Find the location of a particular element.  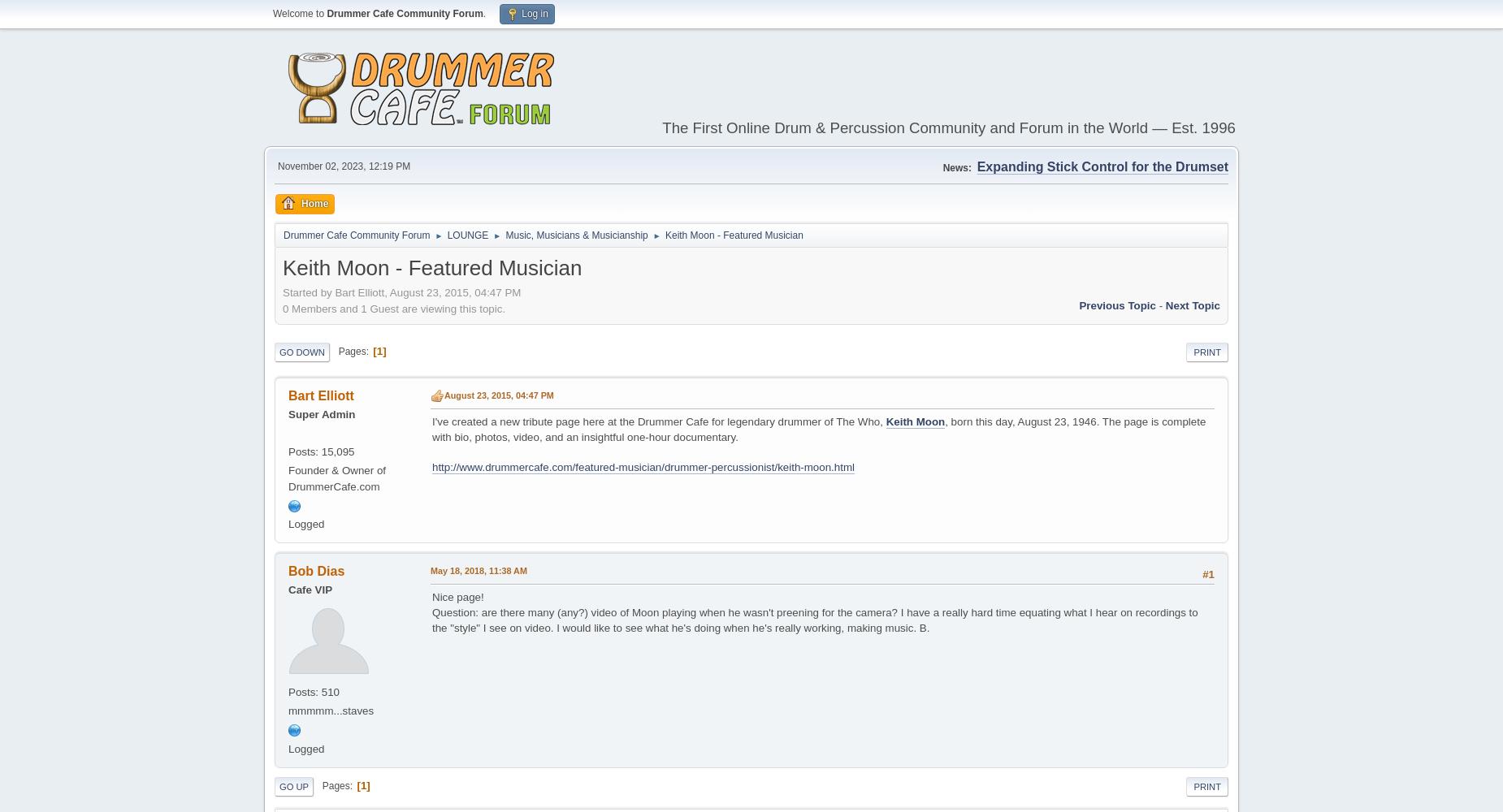

'Started by Bart Elliott, August 23, 2015, 04:47 PM' is located at coordinates (401, 291).